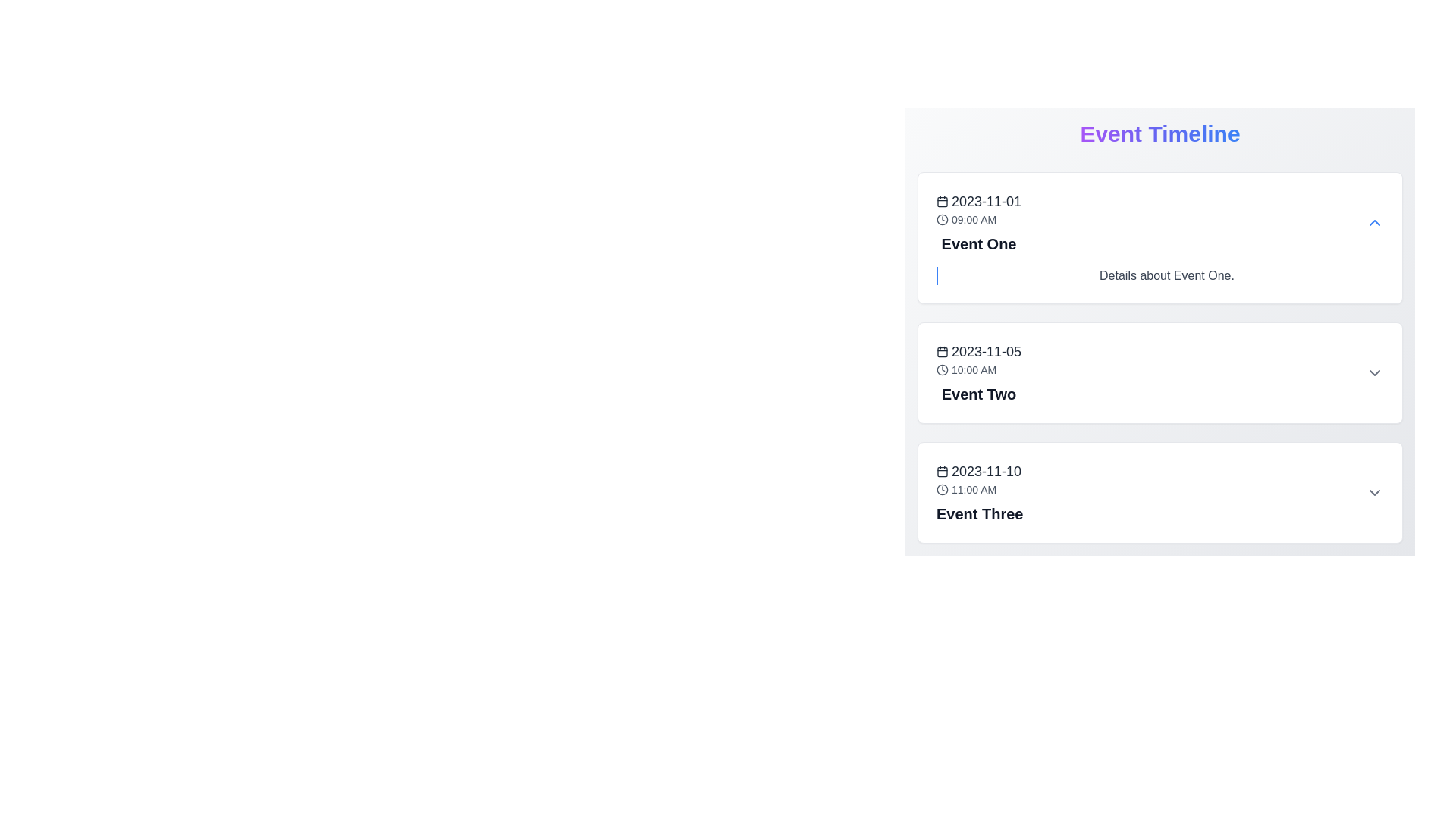 The width and height of the screenshot is (1456, 819). What do you see at coordinates (980, 513) in the screenshot?
I see `text of the bold, primary text element that displays 'Event Three', which is located below the event date '2023-11-10' and time '11:00 AM'` at bounding box center [980, 513].